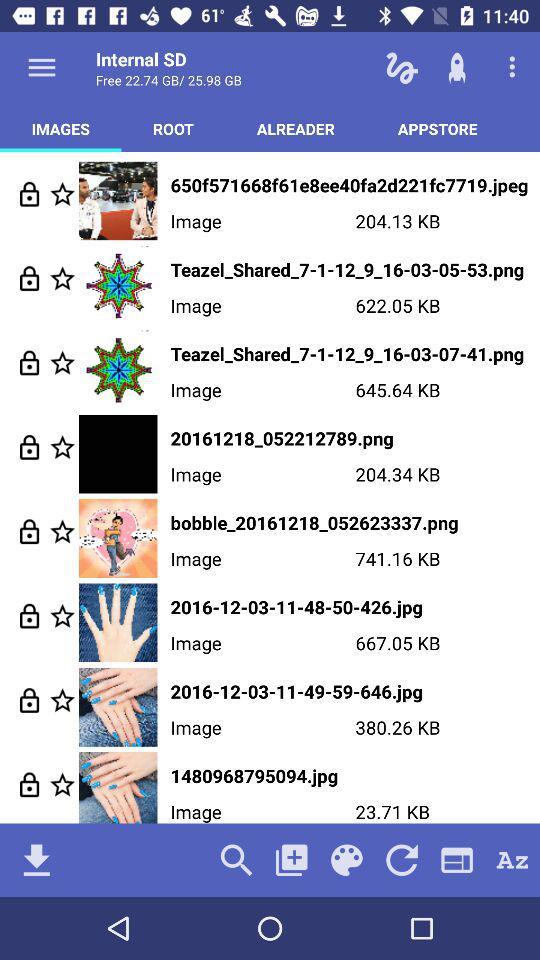 The width and height of the screenshot is (540, 960). Describe the element at coordinates (42, 67) in the screenshot. I see `open the options menu` at that location.